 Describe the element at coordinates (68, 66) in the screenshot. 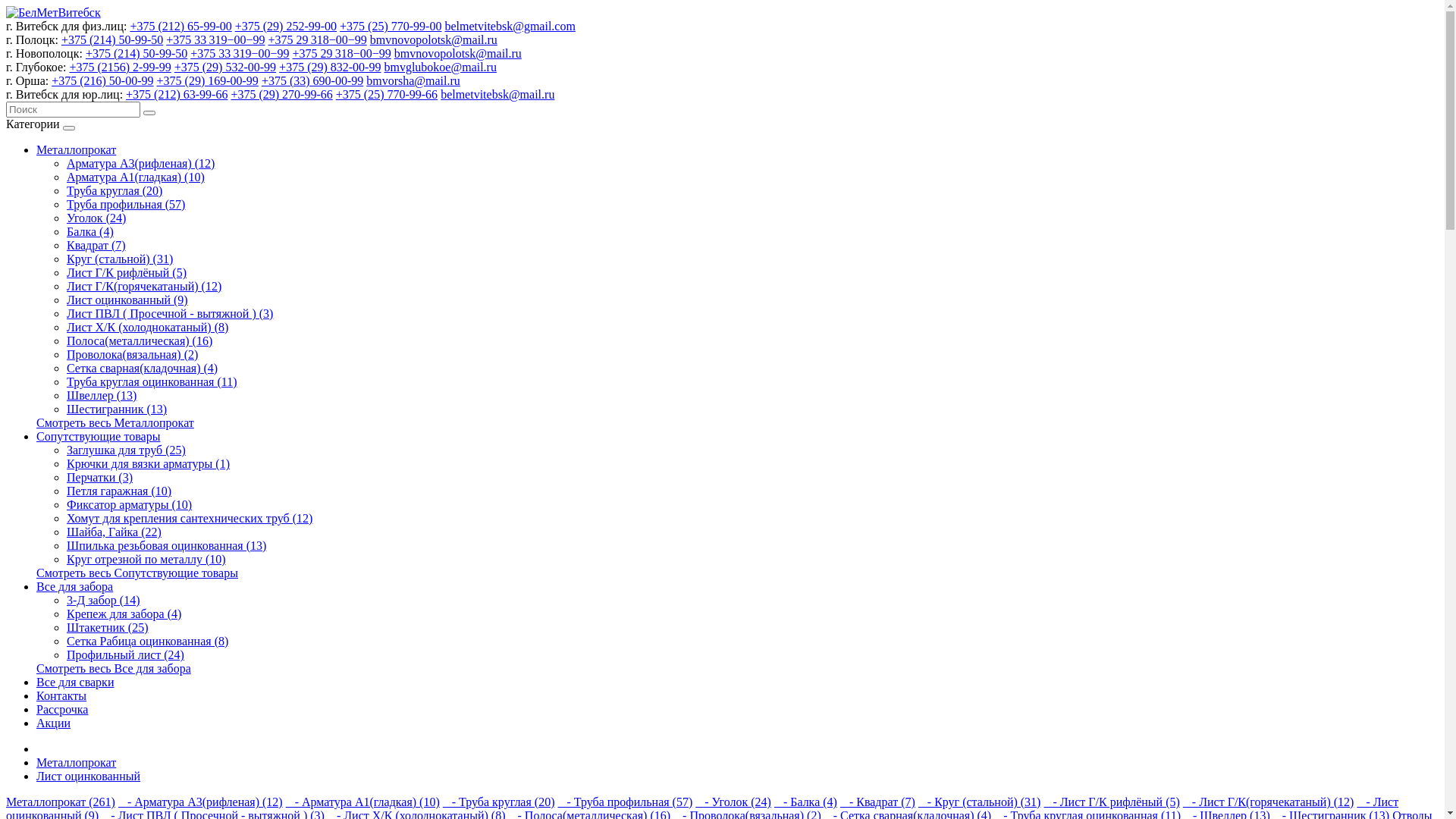

I see `'+375 (2156) 2-99-99'` at that location.